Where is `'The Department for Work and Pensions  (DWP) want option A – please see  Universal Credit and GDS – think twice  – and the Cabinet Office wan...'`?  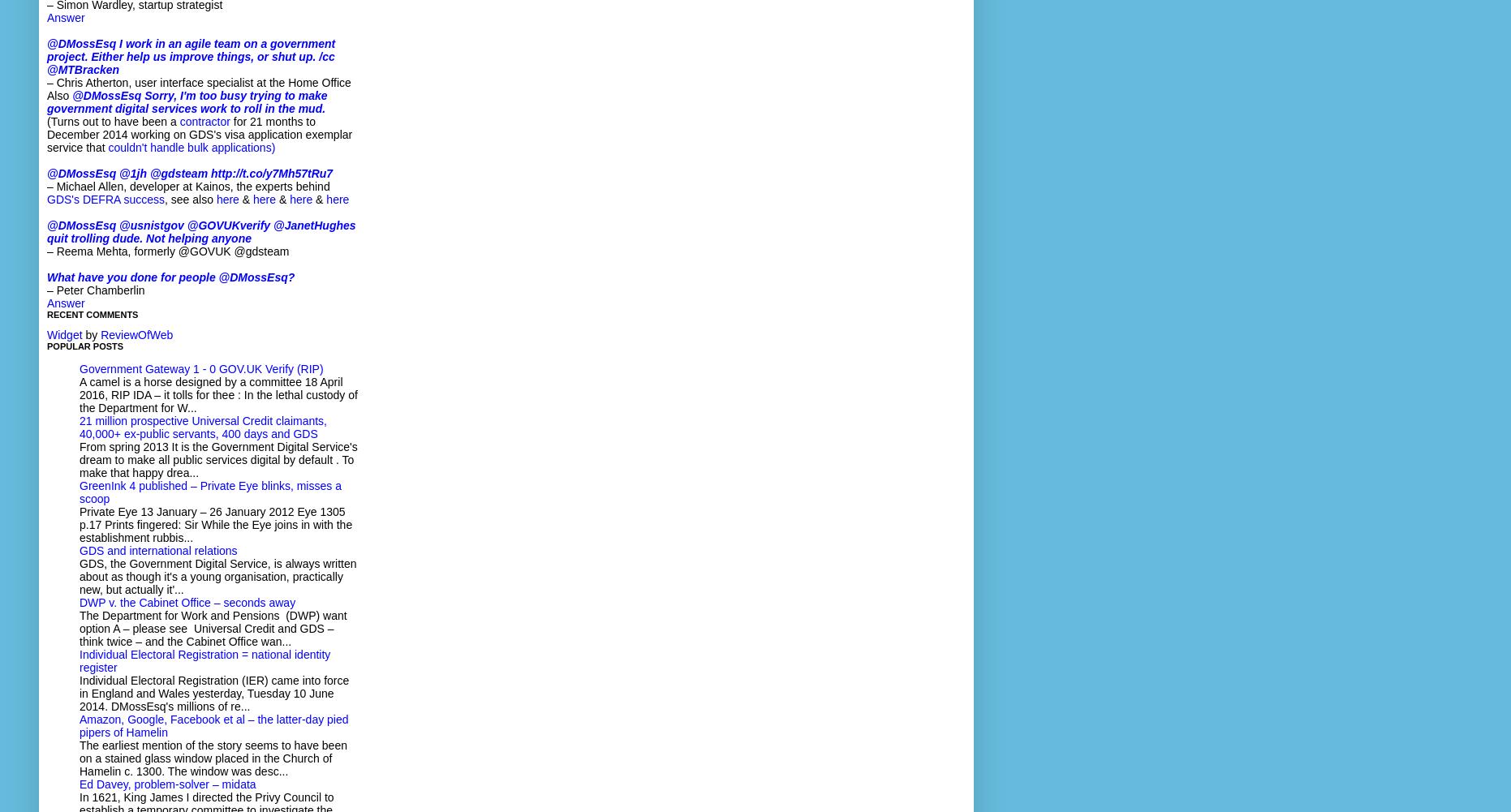 'The Department for Work and Pensions  (DWP) want option A – please see  Universal Credit and GDS – think twice  – and the Cabinet Office wan...' is located at coordinates (213, 628).